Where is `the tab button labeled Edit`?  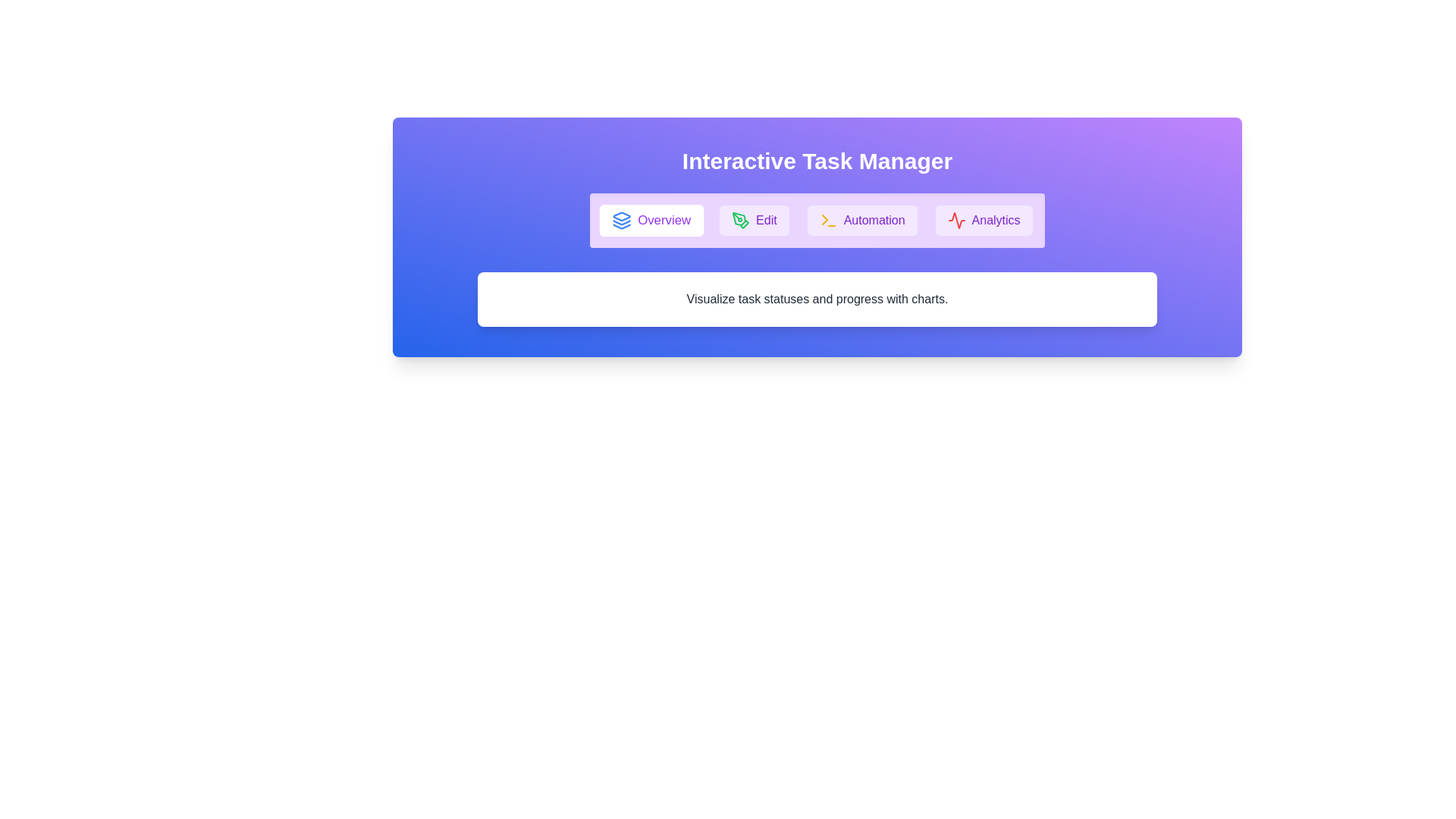 the tab button labeled Edit is located at coordinates (754, 220).